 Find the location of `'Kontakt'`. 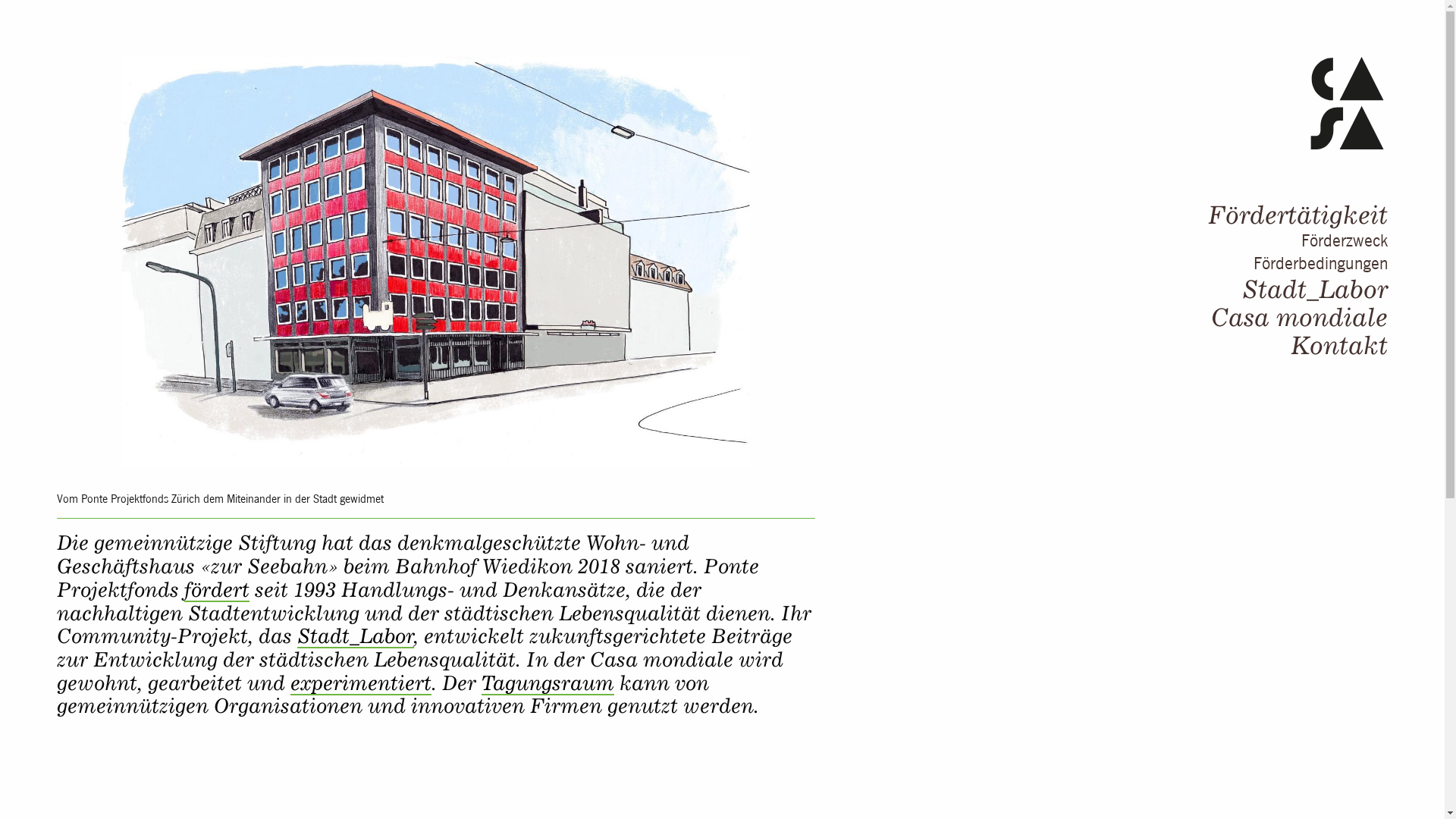

'Kontakt' is located at coordinates (1290, 345).